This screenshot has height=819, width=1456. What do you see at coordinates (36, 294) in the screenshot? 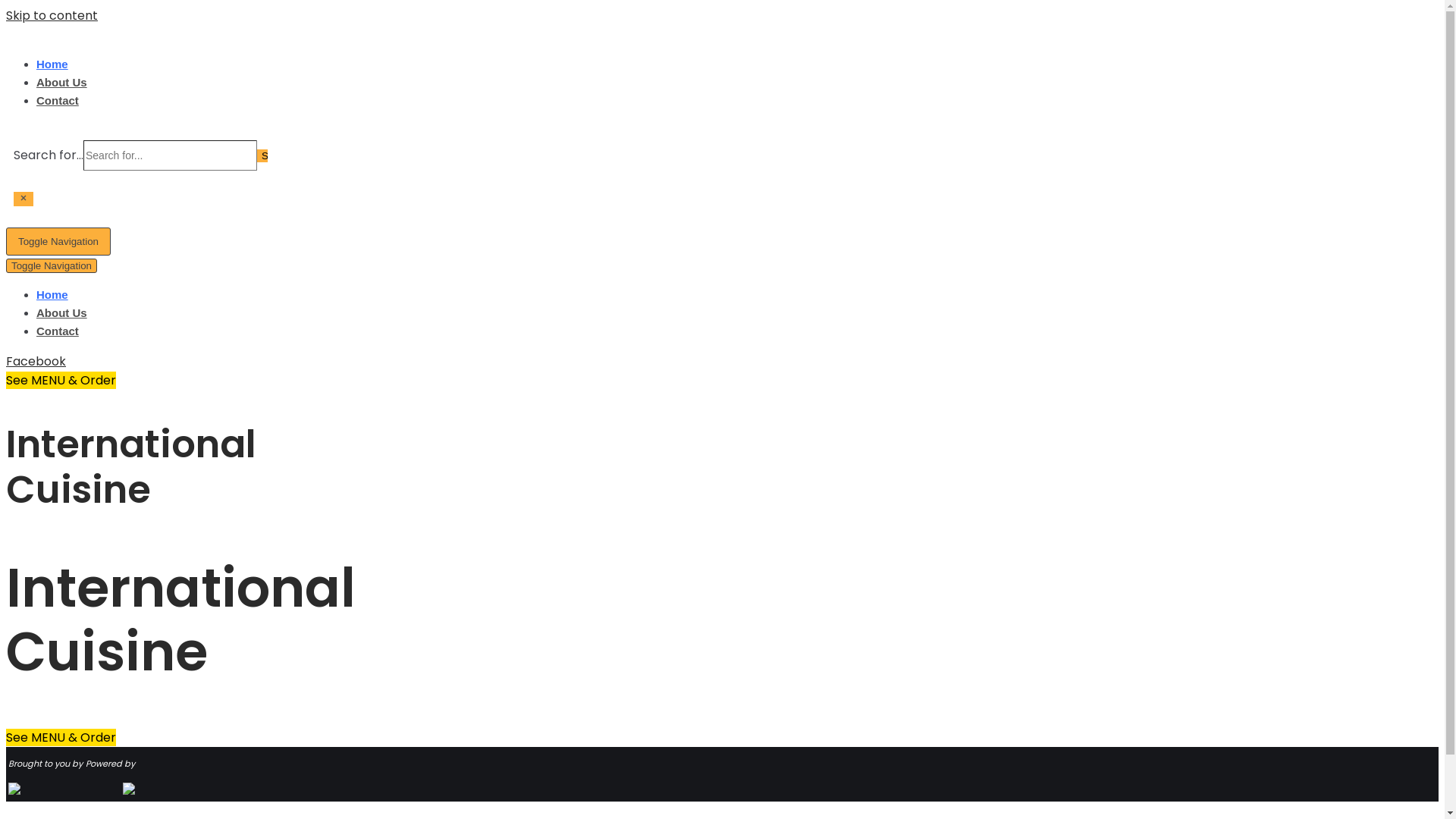
I see `'Home'` at bounding box center [36, 294].